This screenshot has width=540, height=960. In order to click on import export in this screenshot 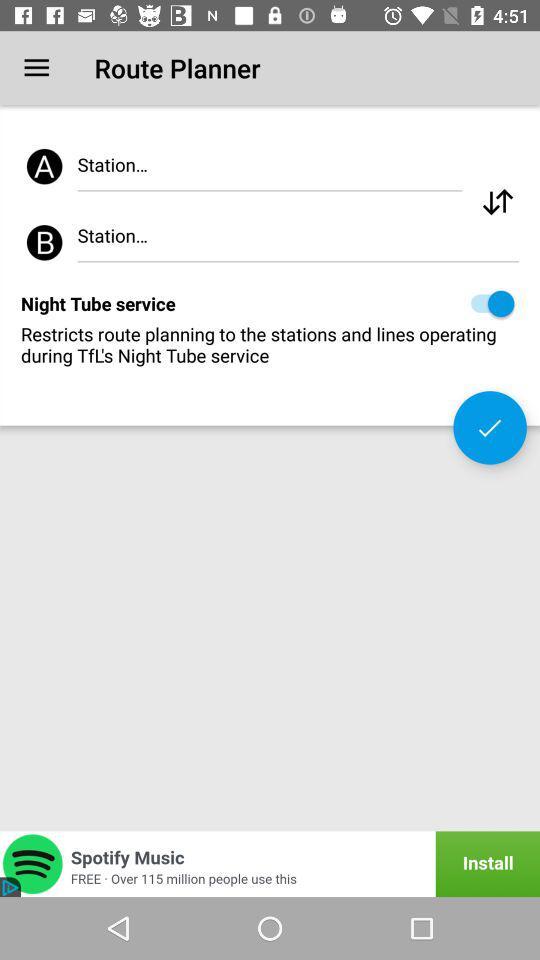, I will do `click(496, 202)`.